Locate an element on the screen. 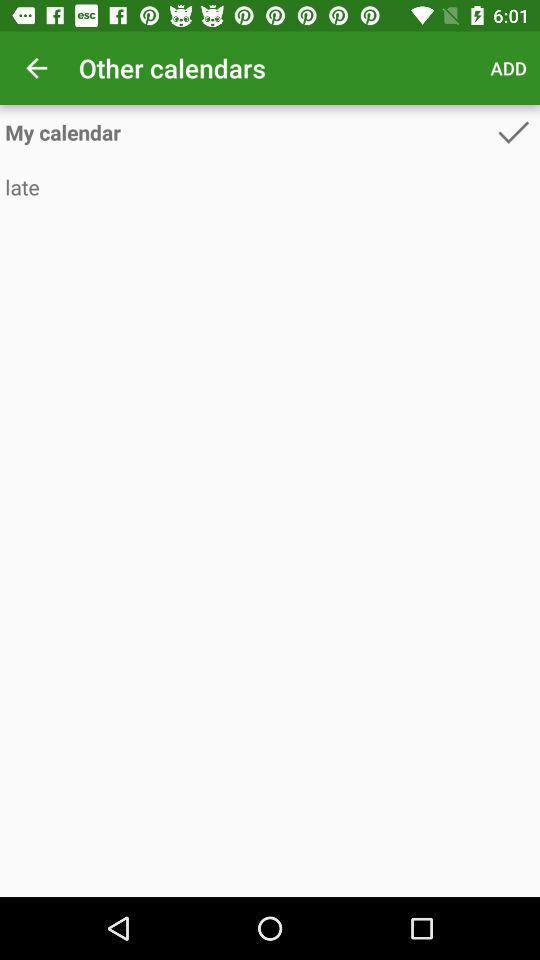  item above late icon is located at coordinates (248, 131).